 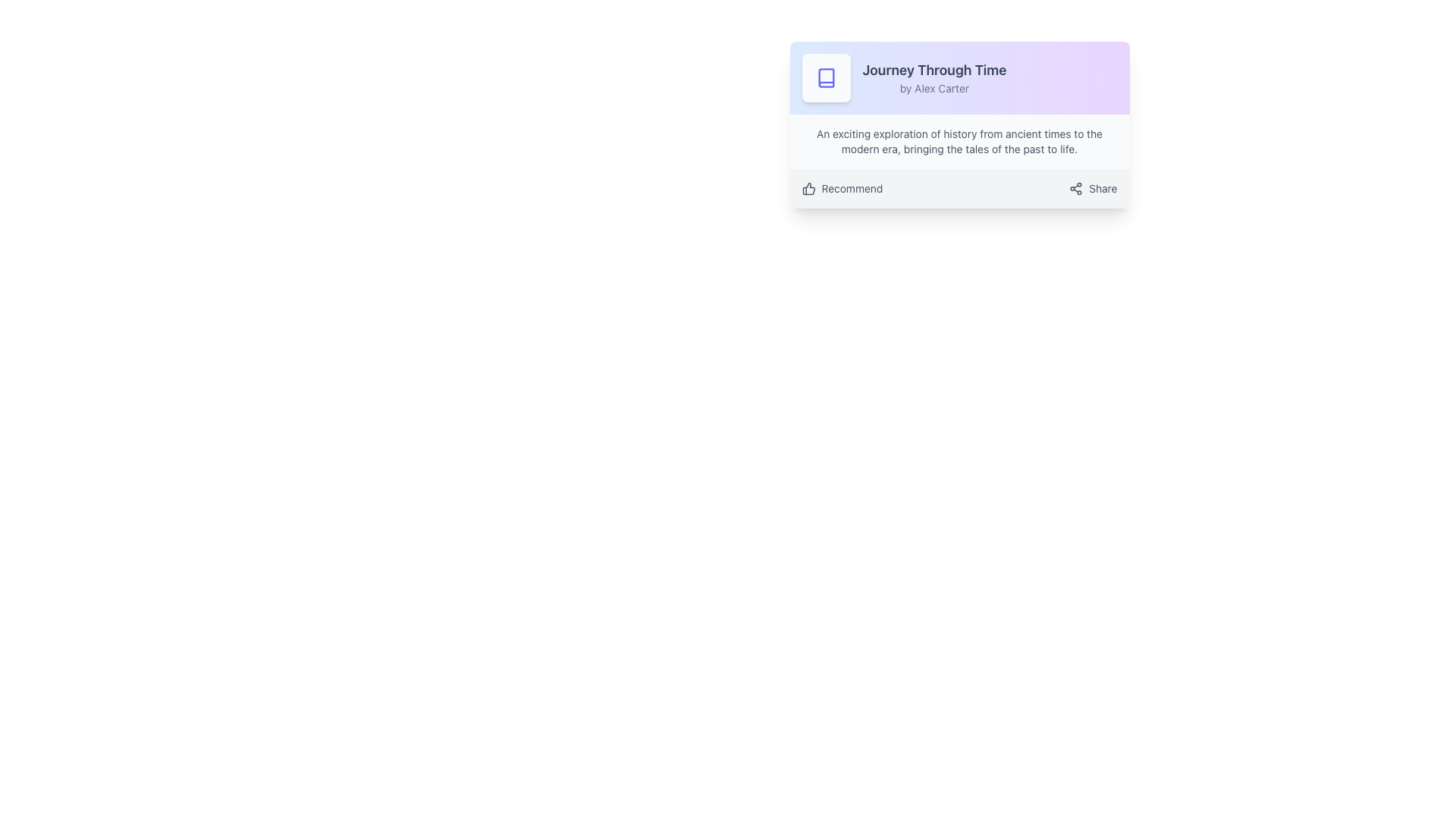 I want to click on the 'Recommend' button on the Interactive Panel located at the bottom of the card layout, so click(x=959, y=188).